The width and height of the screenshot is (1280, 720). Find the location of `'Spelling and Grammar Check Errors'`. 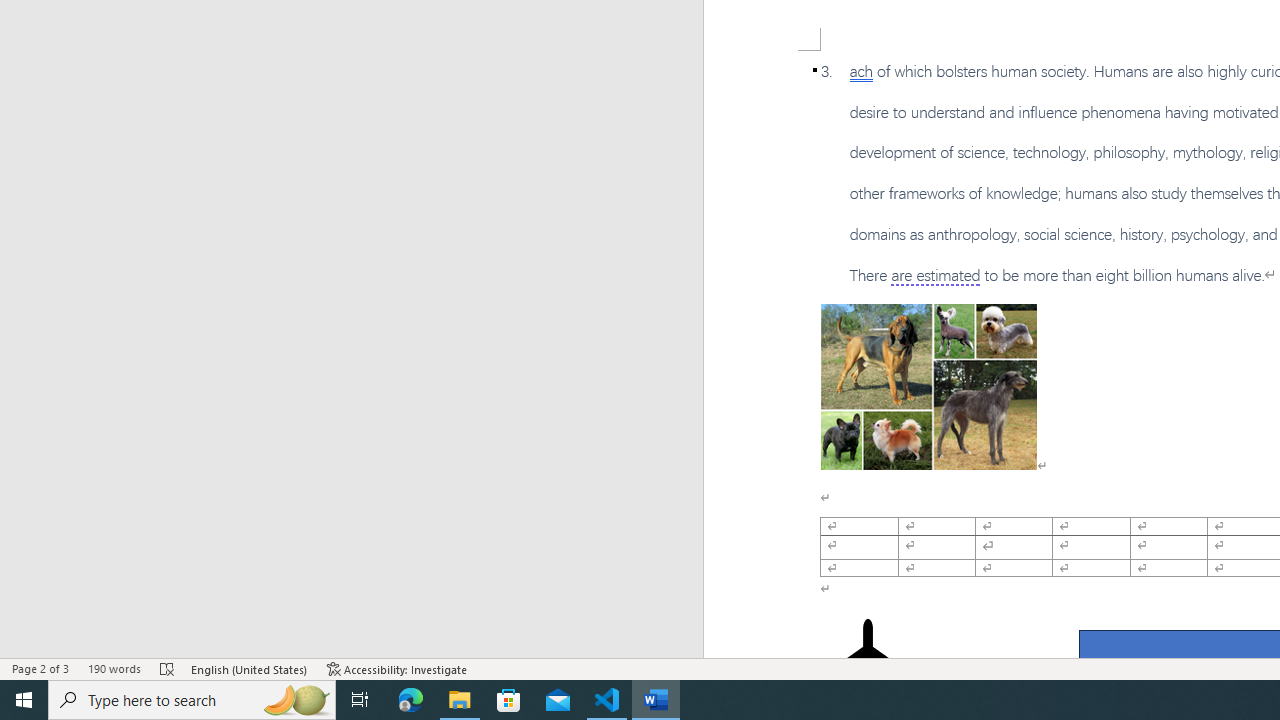

'Spelling and Grammar Check Errors' is located at coordinates (168, 669).